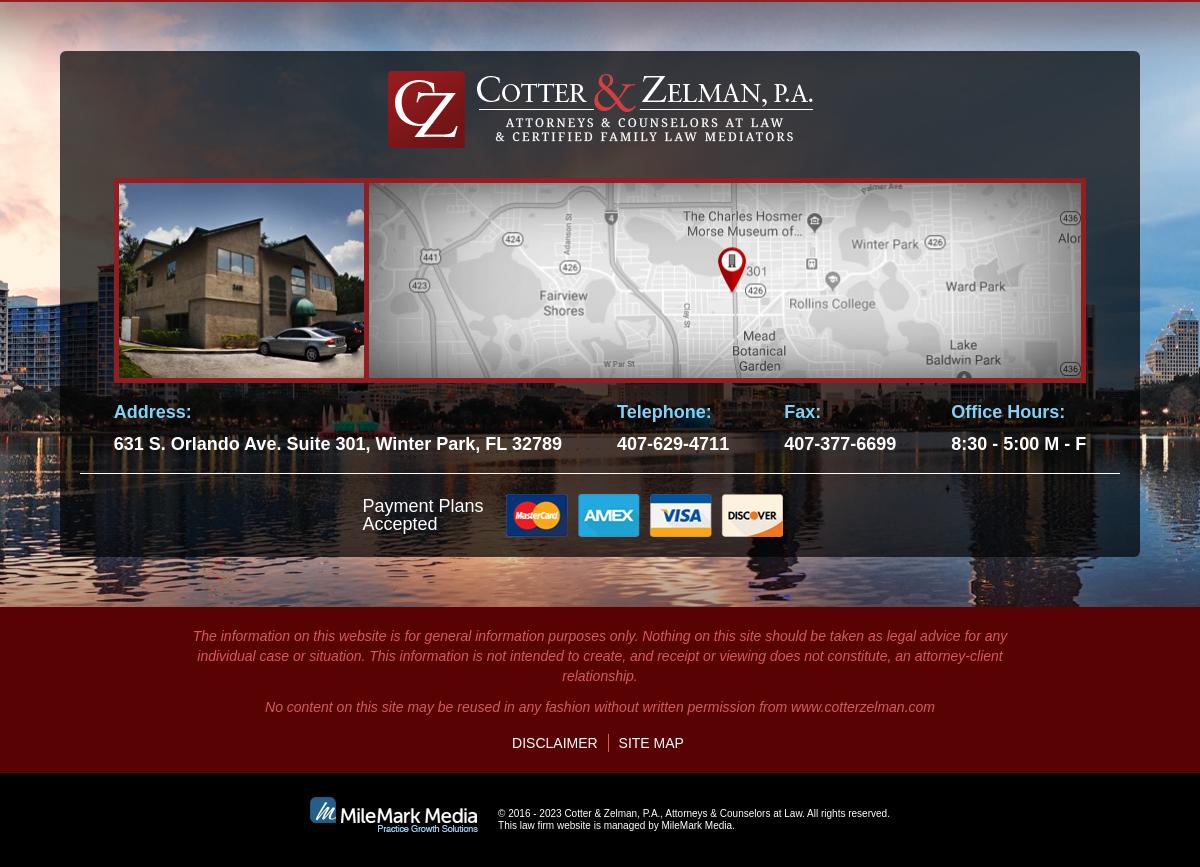  I want to click on 'Disclaimer', so click(511, 740).